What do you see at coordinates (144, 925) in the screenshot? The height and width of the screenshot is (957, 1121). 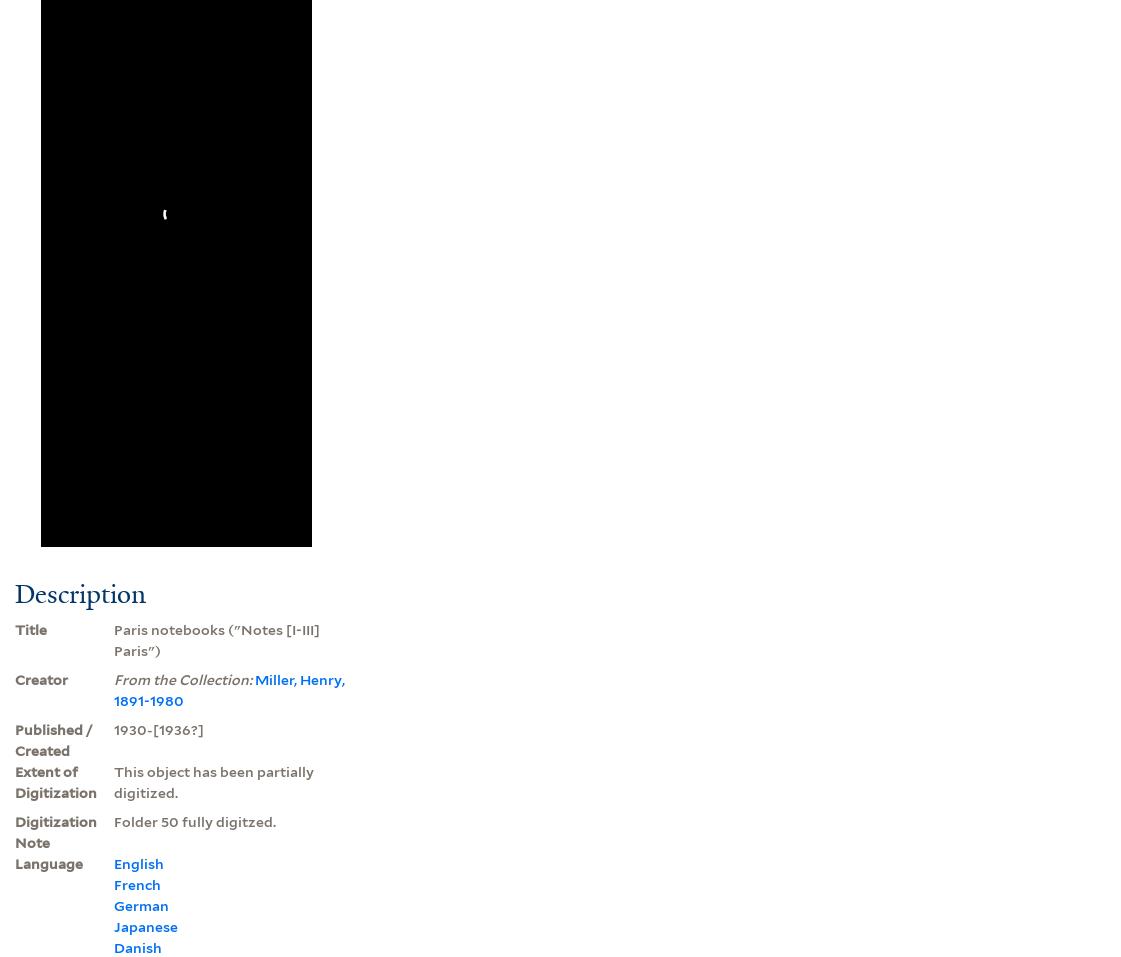 I see `'Japanese'` at bounding box center [144, 925].